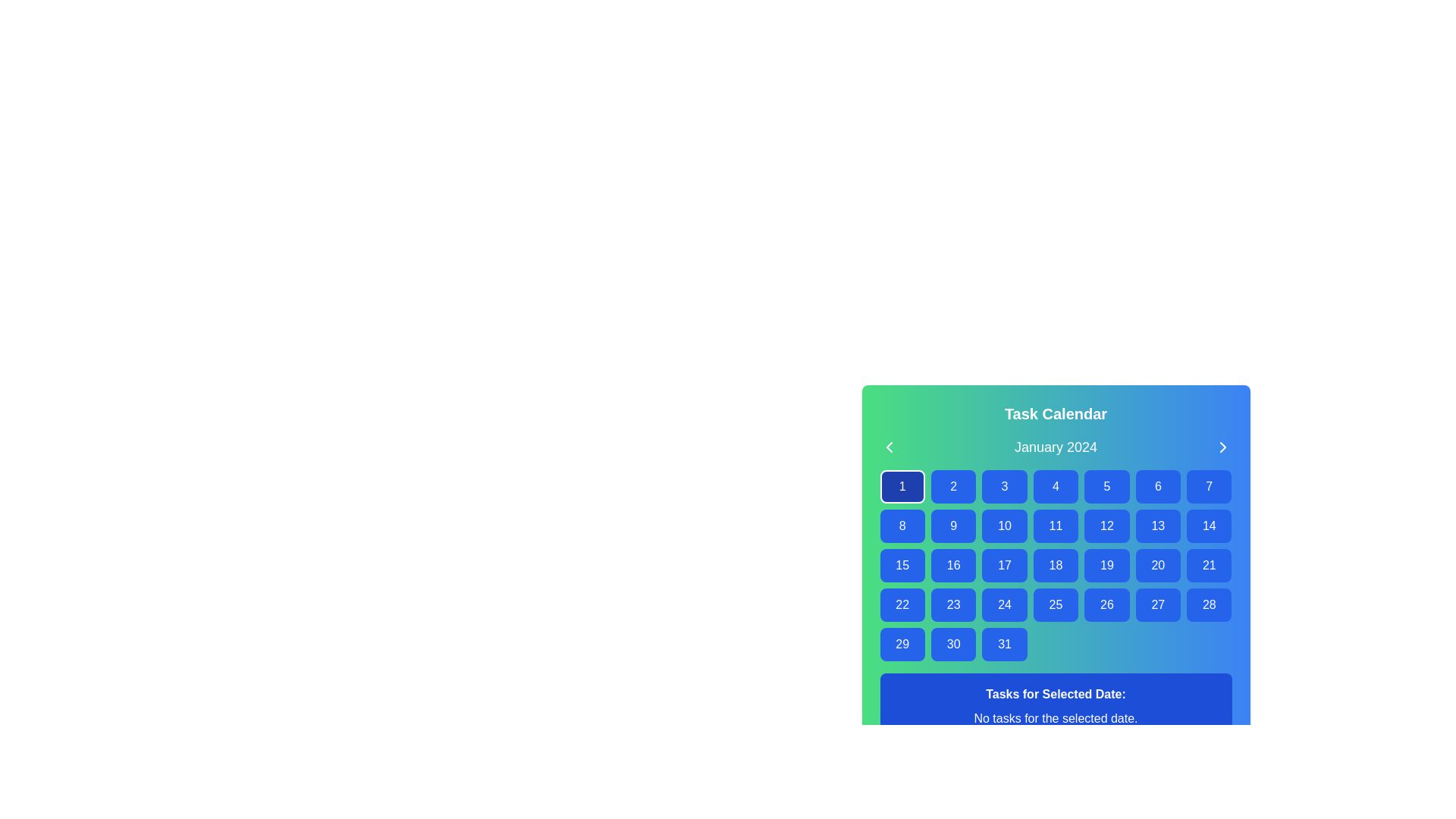 This screenshot has width=1456, height=819. Describe the element at coordinates (902, 565) in the screenshot. I see `the blue button displaying the number '15' in the calendar layout` at that location.